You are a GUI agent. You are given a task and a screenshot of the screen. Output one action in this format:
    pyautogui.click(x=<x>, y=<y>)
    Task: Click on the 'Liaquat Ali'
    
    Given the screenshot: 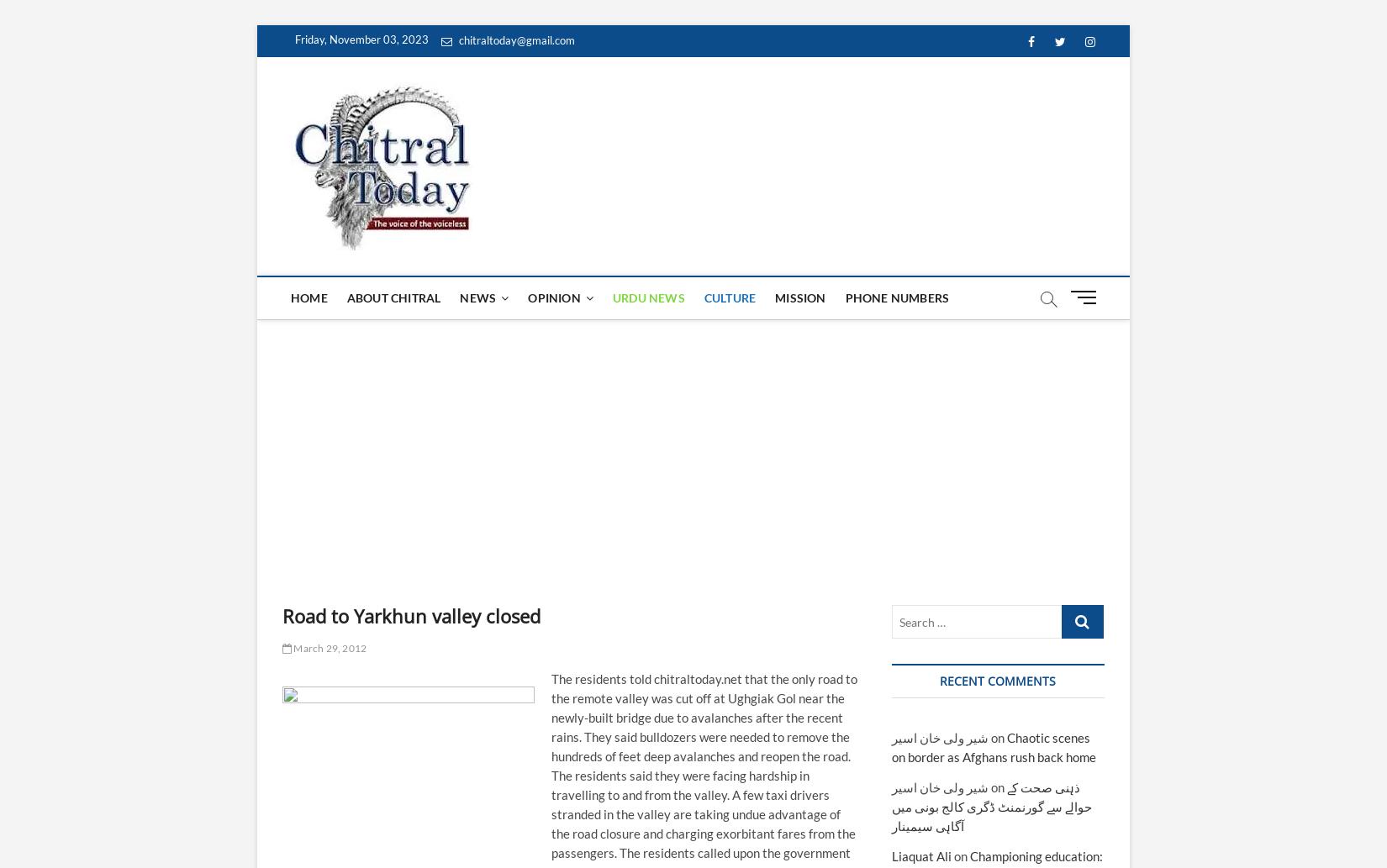 What is the action you would take?
    pyautogui.click(x=920, y=855)
    